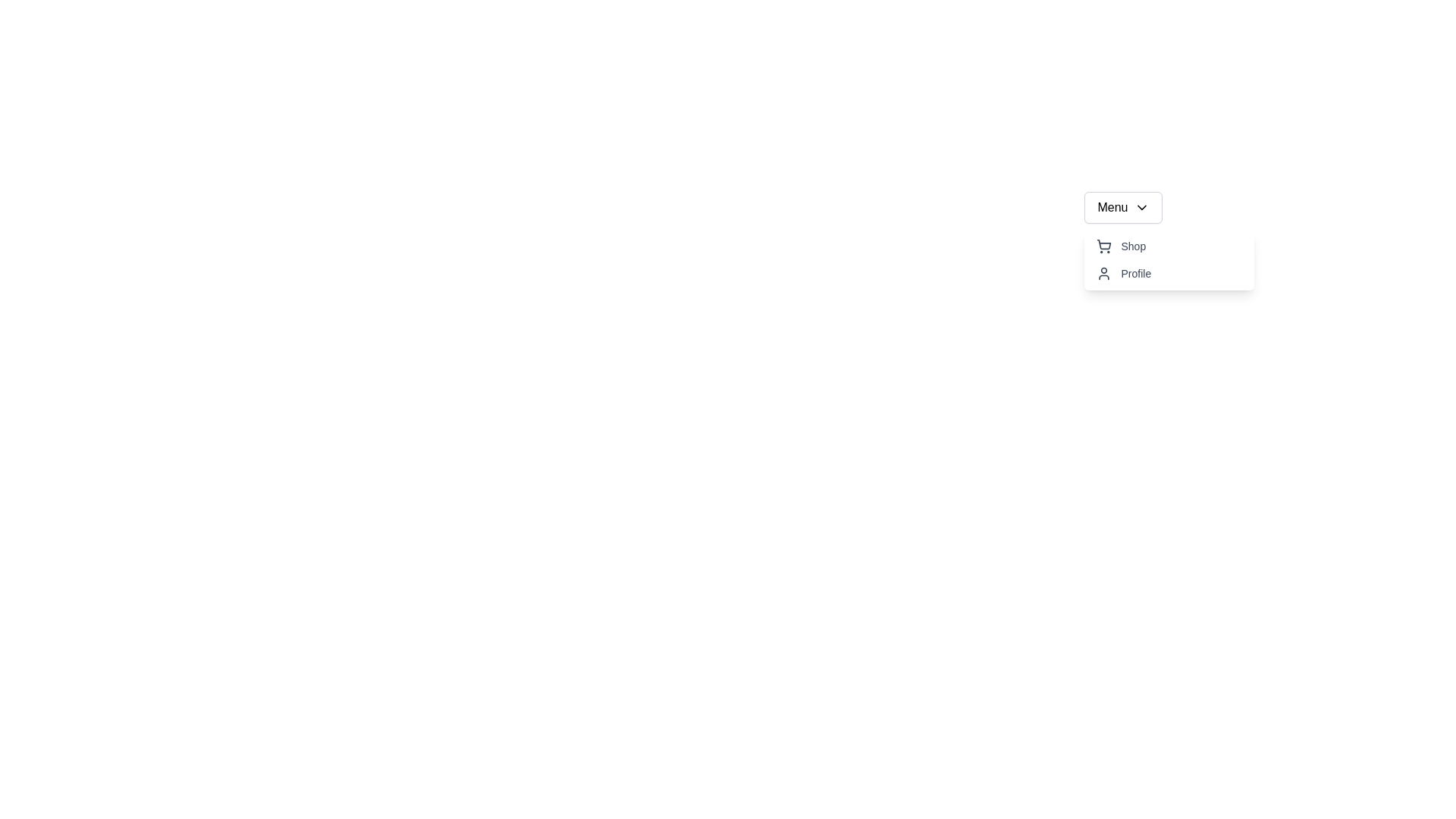 The image size is (1456, 819). Describe the element at coordinates (1123, 207) in the screenshot. I see `the 'Menu' Dropdown Trigger Button, which is located in the top-right area of the section and is the first element in the dropdown menu structure` at that location.